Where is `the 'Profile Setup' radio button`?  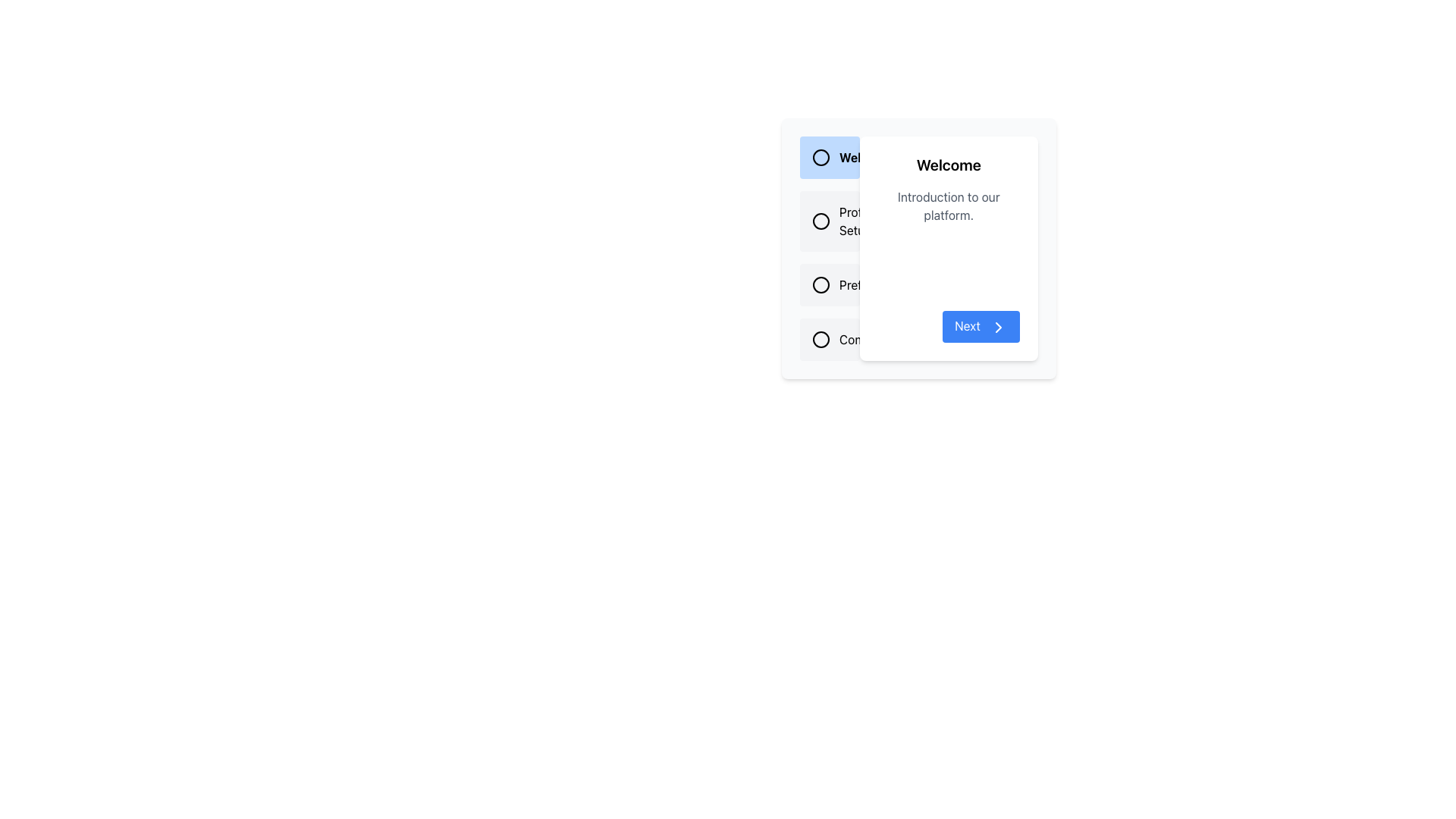
the 'Profile Setup' radio button is located at coordinates (829, 221).